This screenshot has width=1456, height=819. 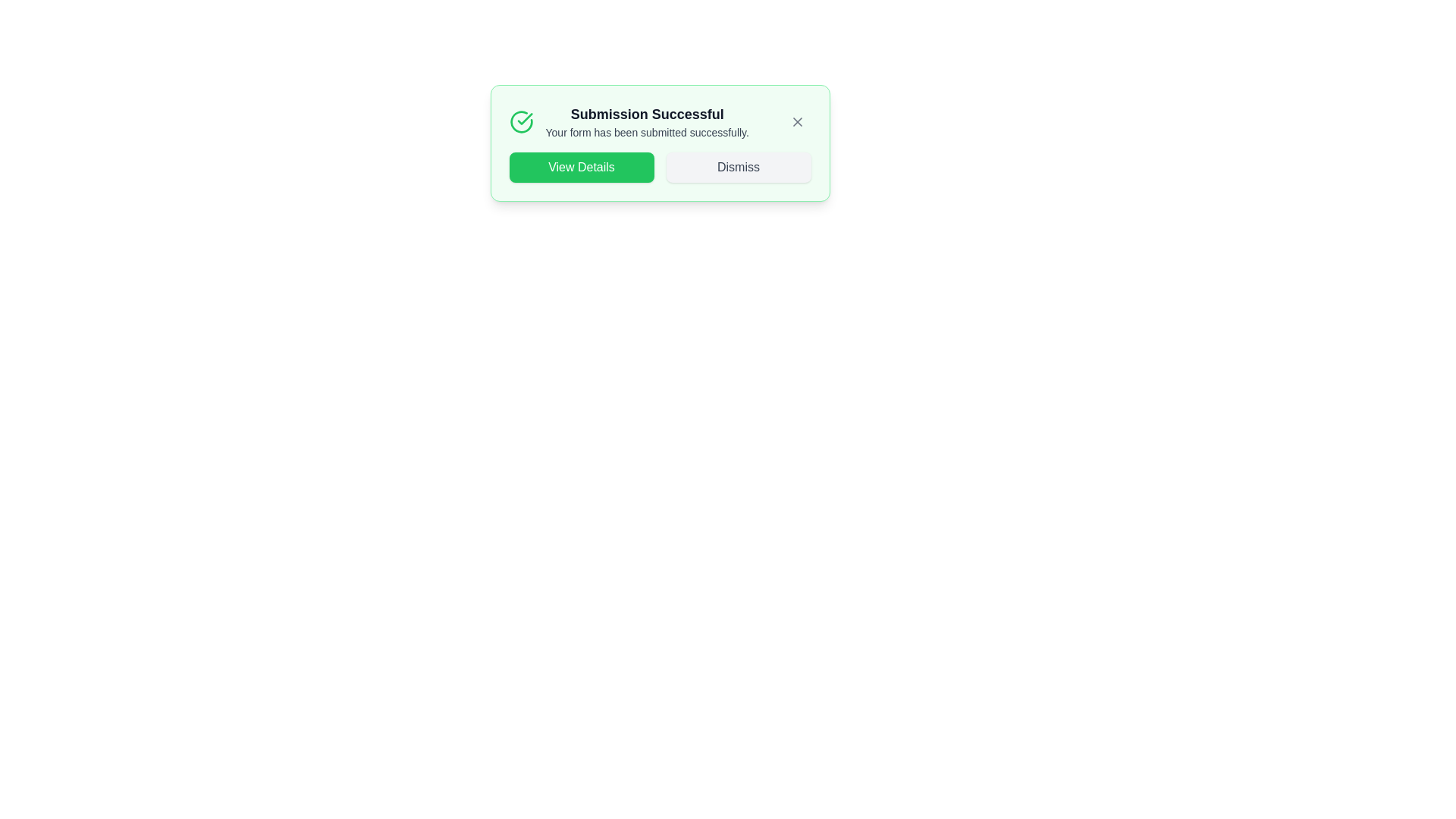 What do you see at coordinates (581, 167) in the screenshot?
I see `the button labeled View Details` at bounding box center [581, 167].